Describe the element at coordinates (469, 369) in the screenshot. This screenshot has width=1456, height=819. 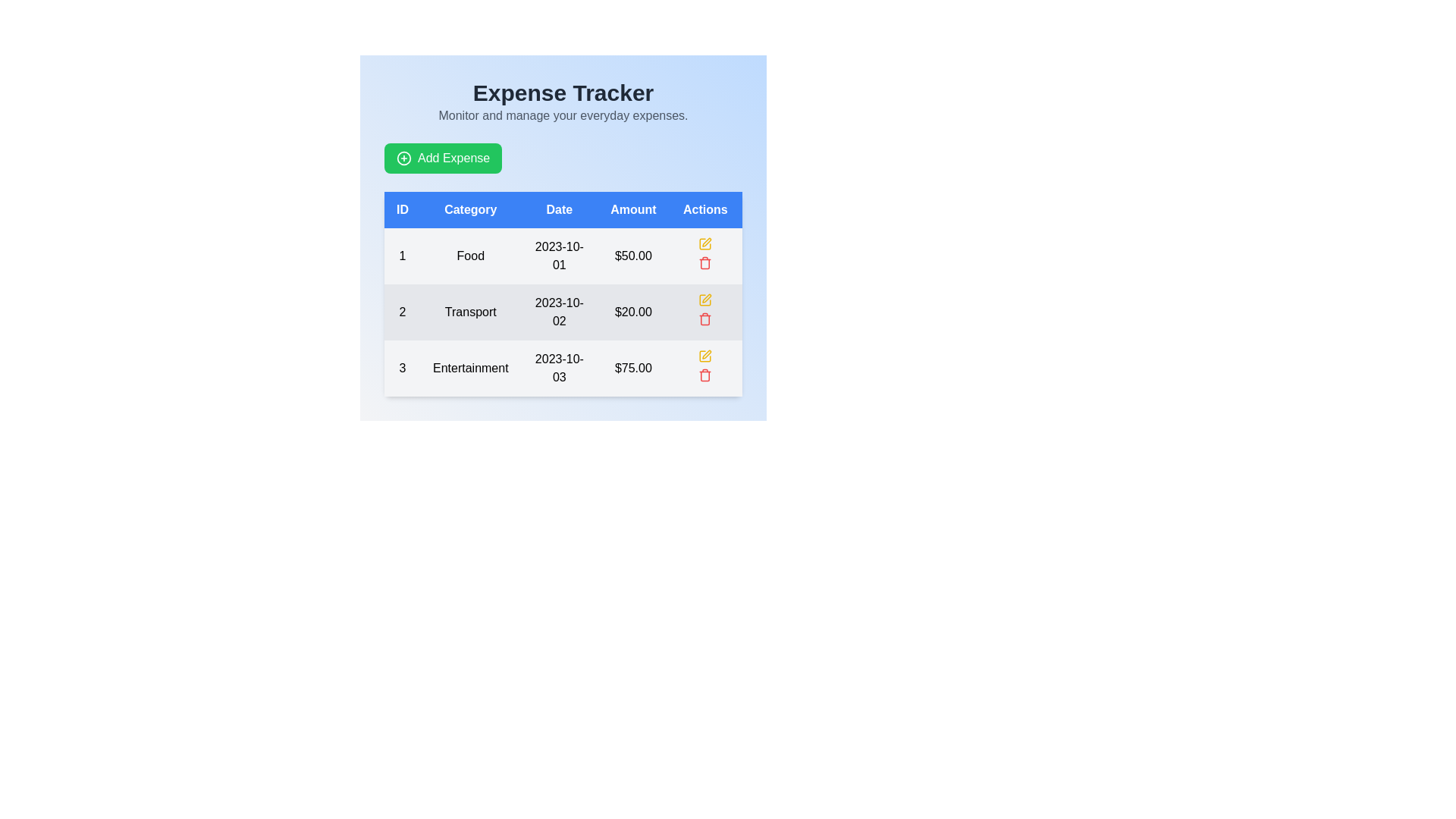
I see `the label or text display located in the third row of the table under the 'Category' column` at that location.